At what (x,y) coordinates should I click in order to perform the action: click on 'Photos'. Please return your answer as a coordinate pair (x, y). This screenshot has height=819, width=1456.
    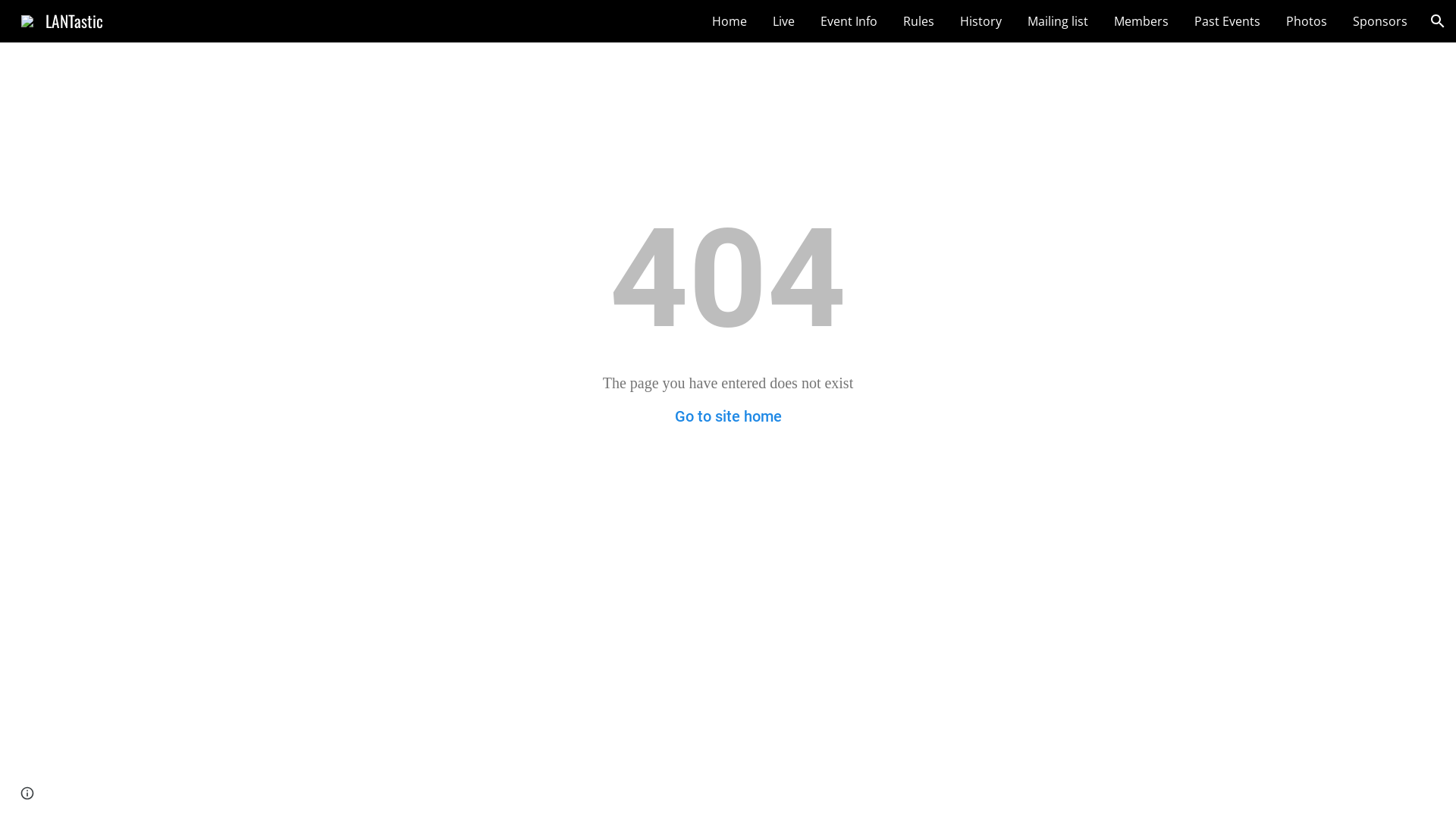
    Looking at the image, I should click on (1306, 20).